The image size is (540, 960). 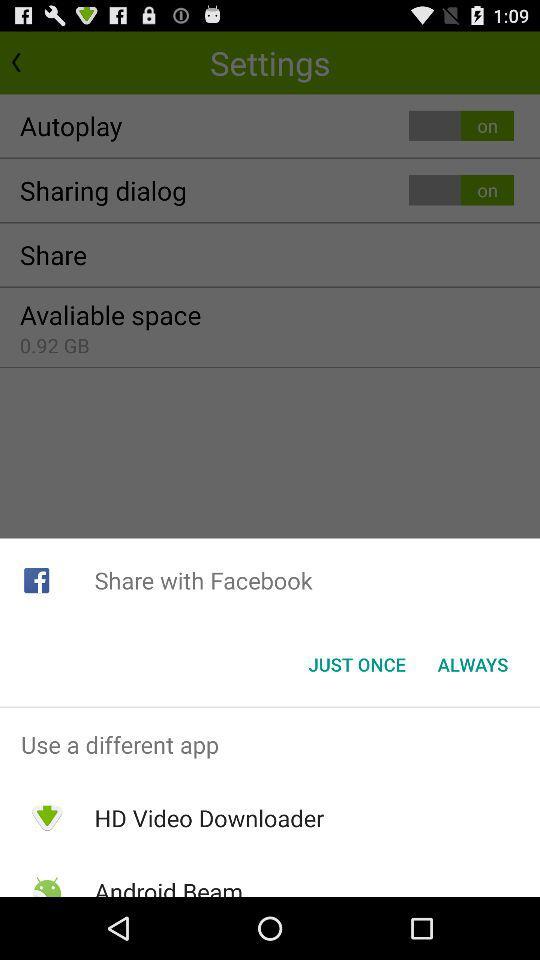 What do you see at coordinates (270, 743) in the screenshot?
I see `item above the hd video downloader icon` at bounding box center [270, 743].